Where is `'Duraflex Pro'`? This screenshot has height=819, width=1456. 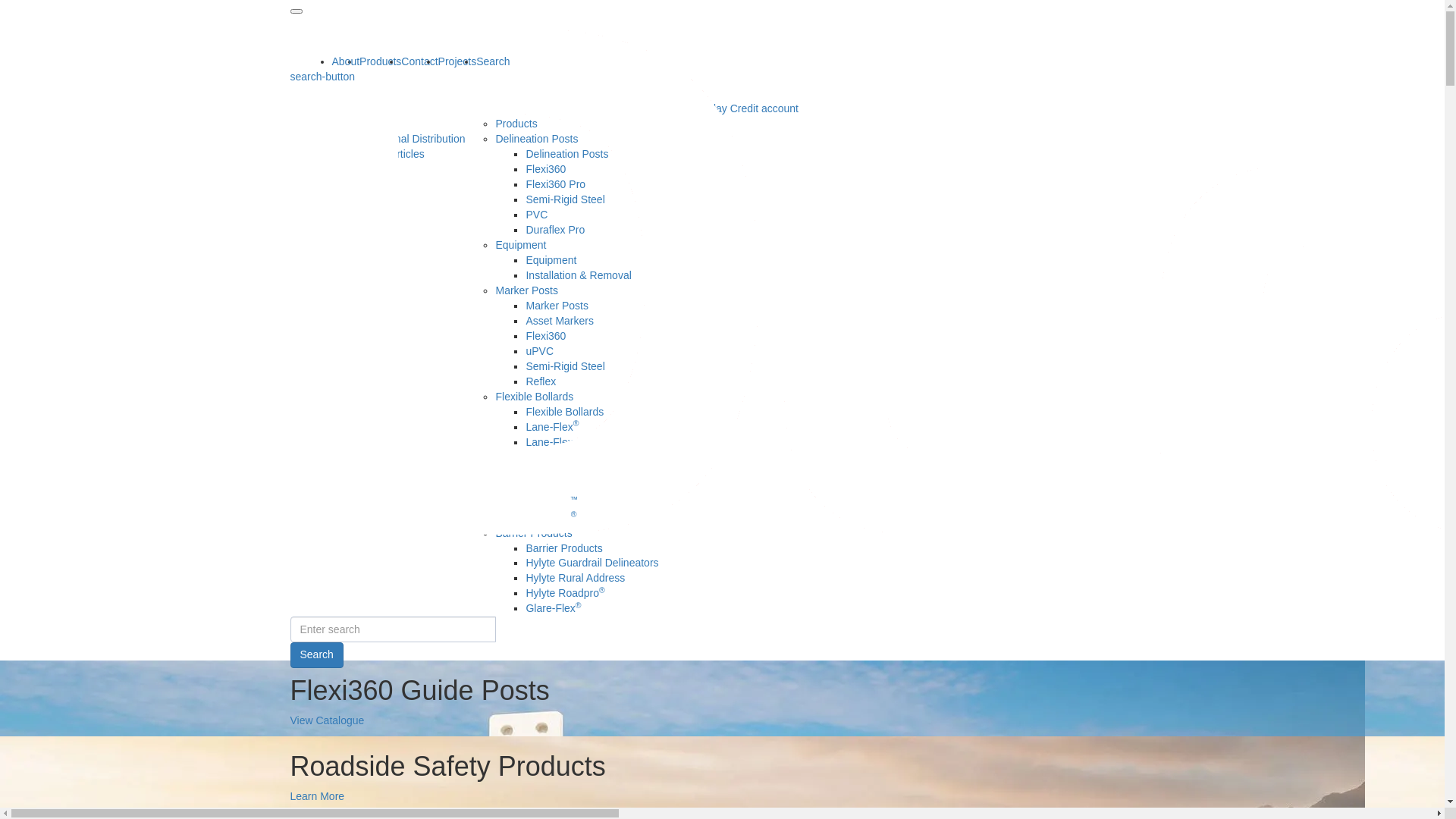
'Duraflex Pro' is located at coordinates (525, 230).